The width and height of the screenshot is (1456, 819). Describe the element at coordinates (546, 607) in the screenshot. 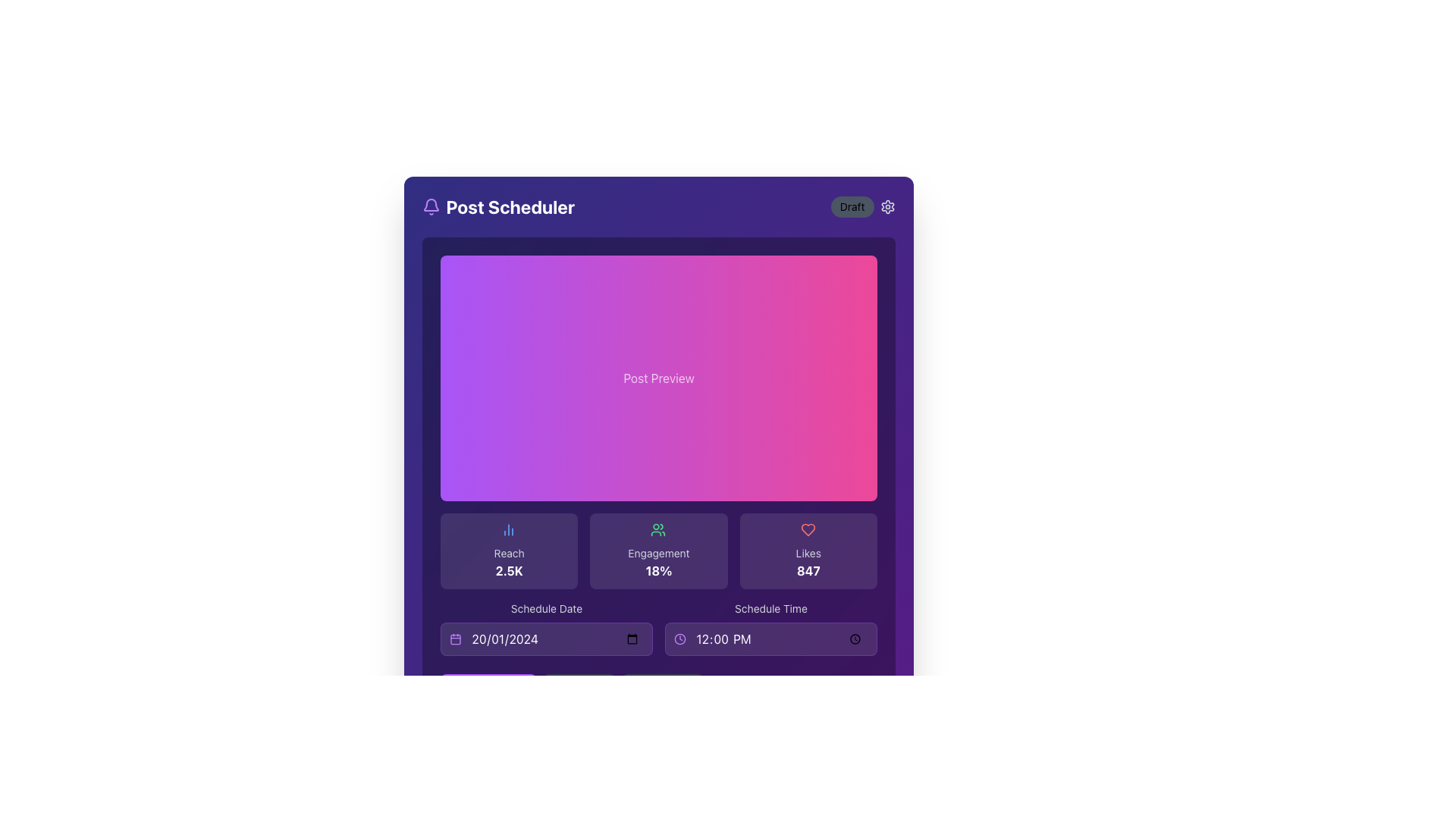

I see `the 'Schedule Date' label text, which is displayed in a small light gray font on a purple background, located above the date input field` at that location.